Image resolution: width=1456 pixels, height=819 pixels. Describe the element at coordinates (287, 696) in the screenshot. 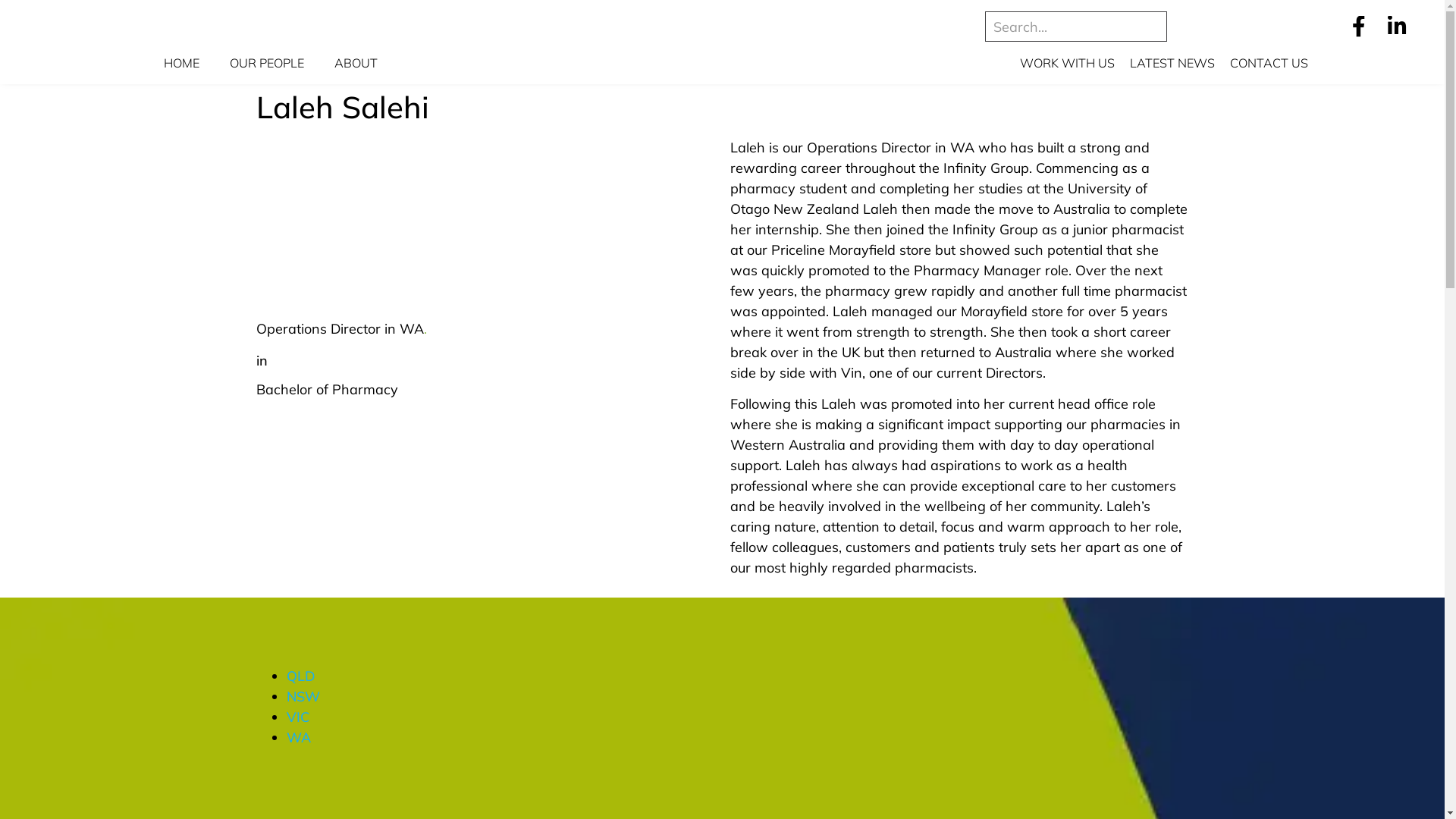

I see `'NSW'` at that location.